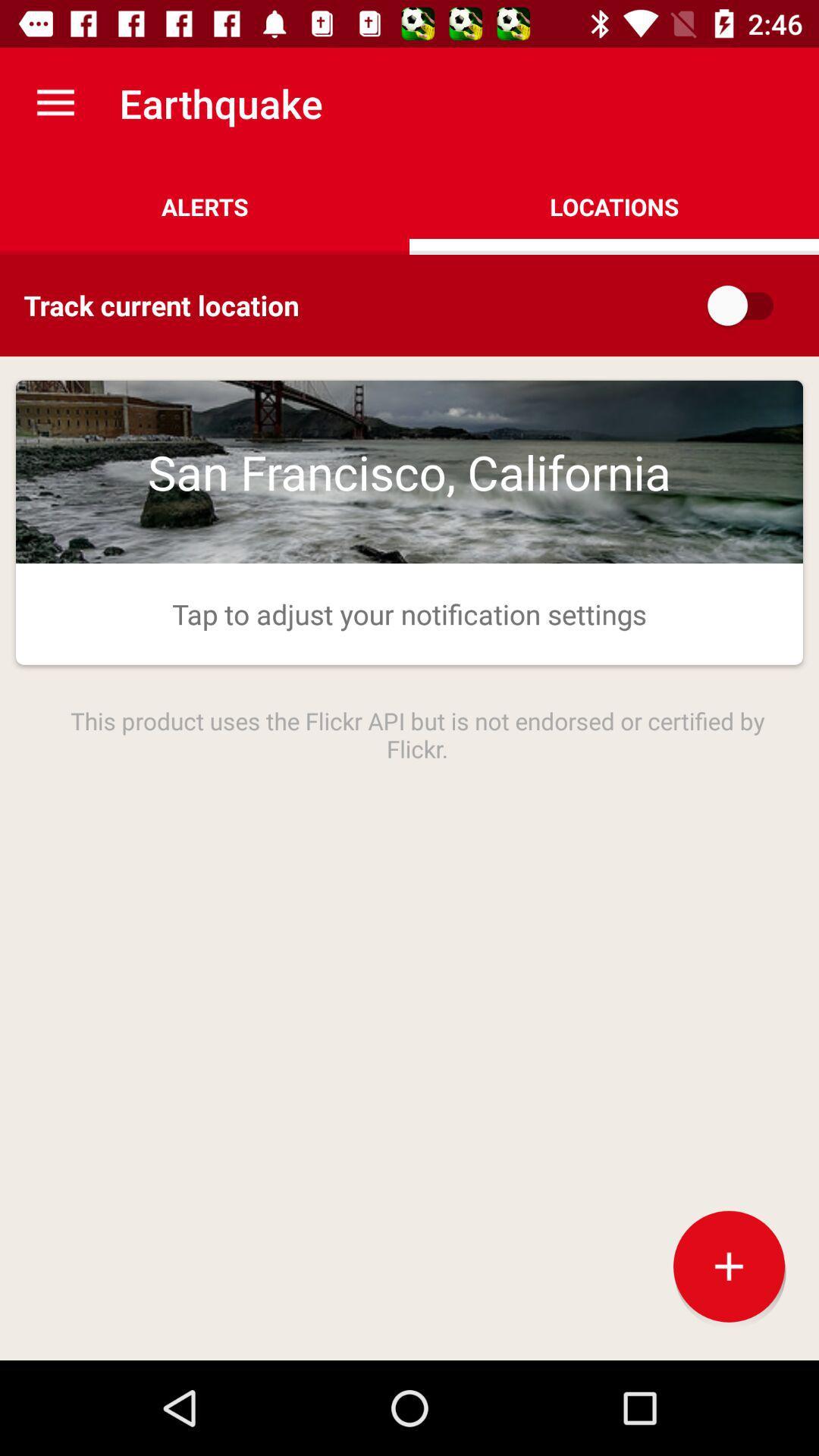 The width and height of the screenshot is (819, 1456). What do you see at coordinates (614, 206) in the screenshot?
I see `the icon to the right of the alerts item` at bounding box center [614, 206].